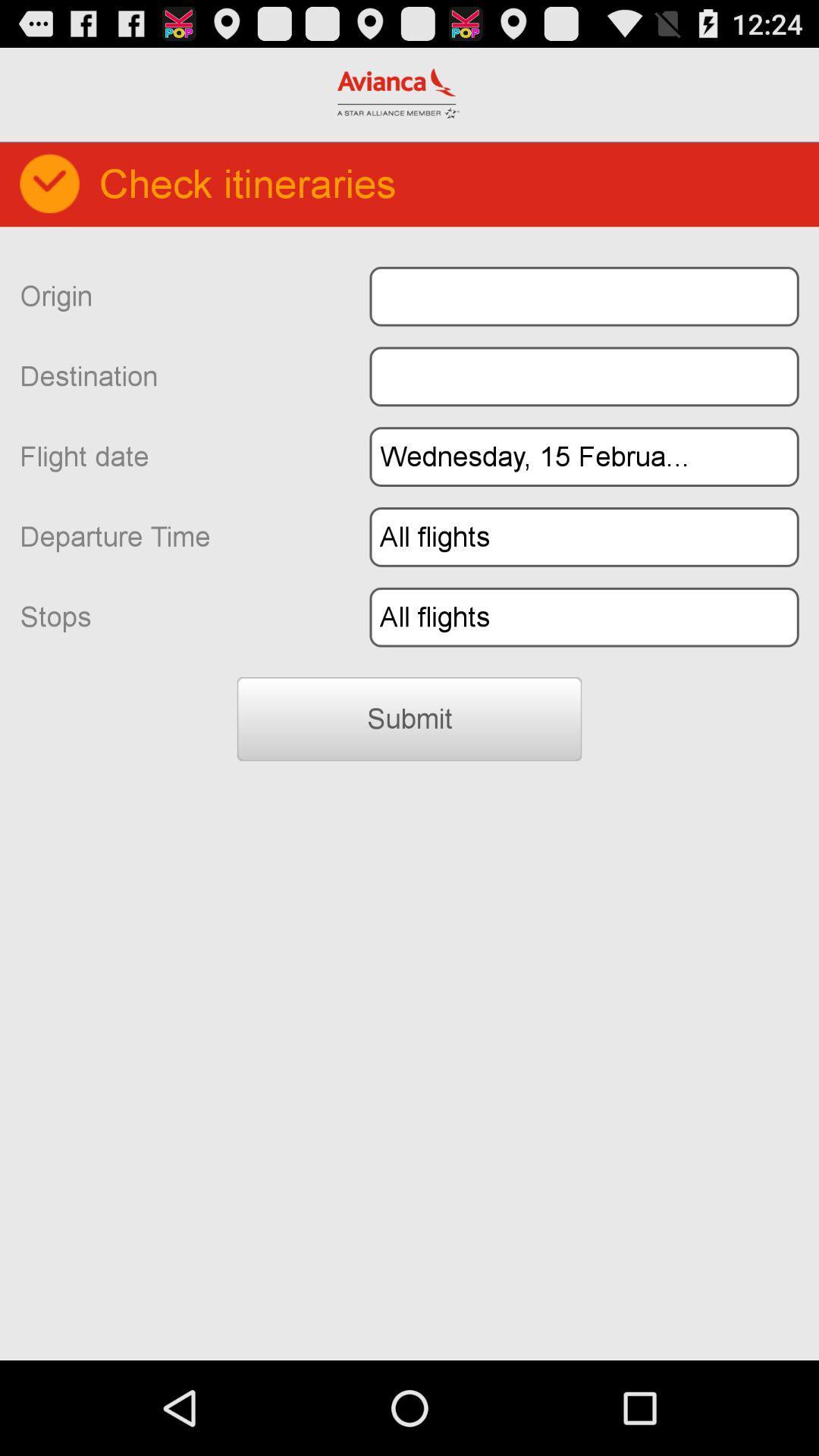  Describe the element at coordinates (583, 376) in the screenshot. I see `destination field` at that location.